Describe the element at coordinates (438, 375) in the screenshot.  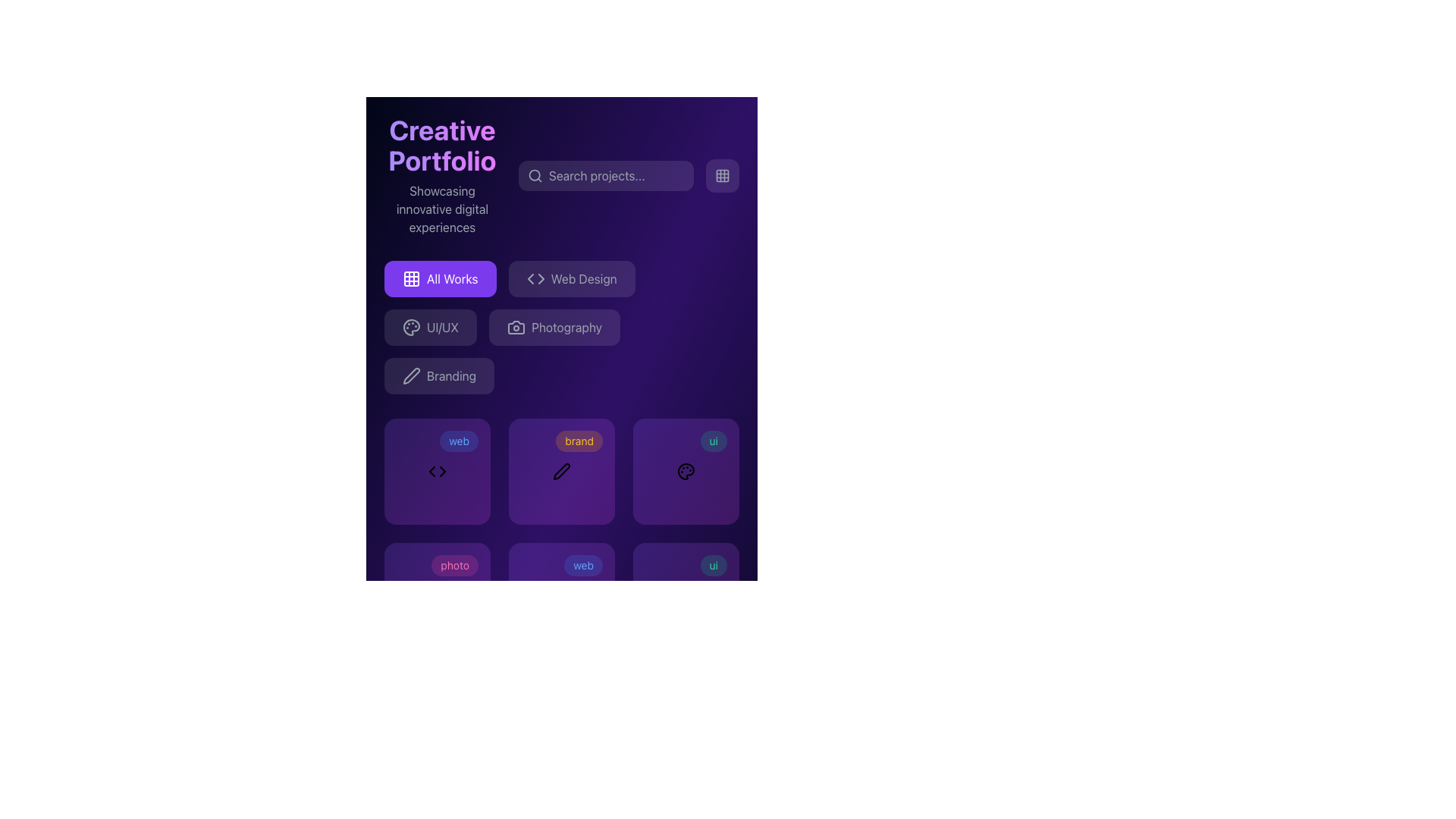
I see `the 'Branding' category filter button, which is the fifth option in a vertically oriented list of selectable options, to apply the 'Branding' category filter` at that location.